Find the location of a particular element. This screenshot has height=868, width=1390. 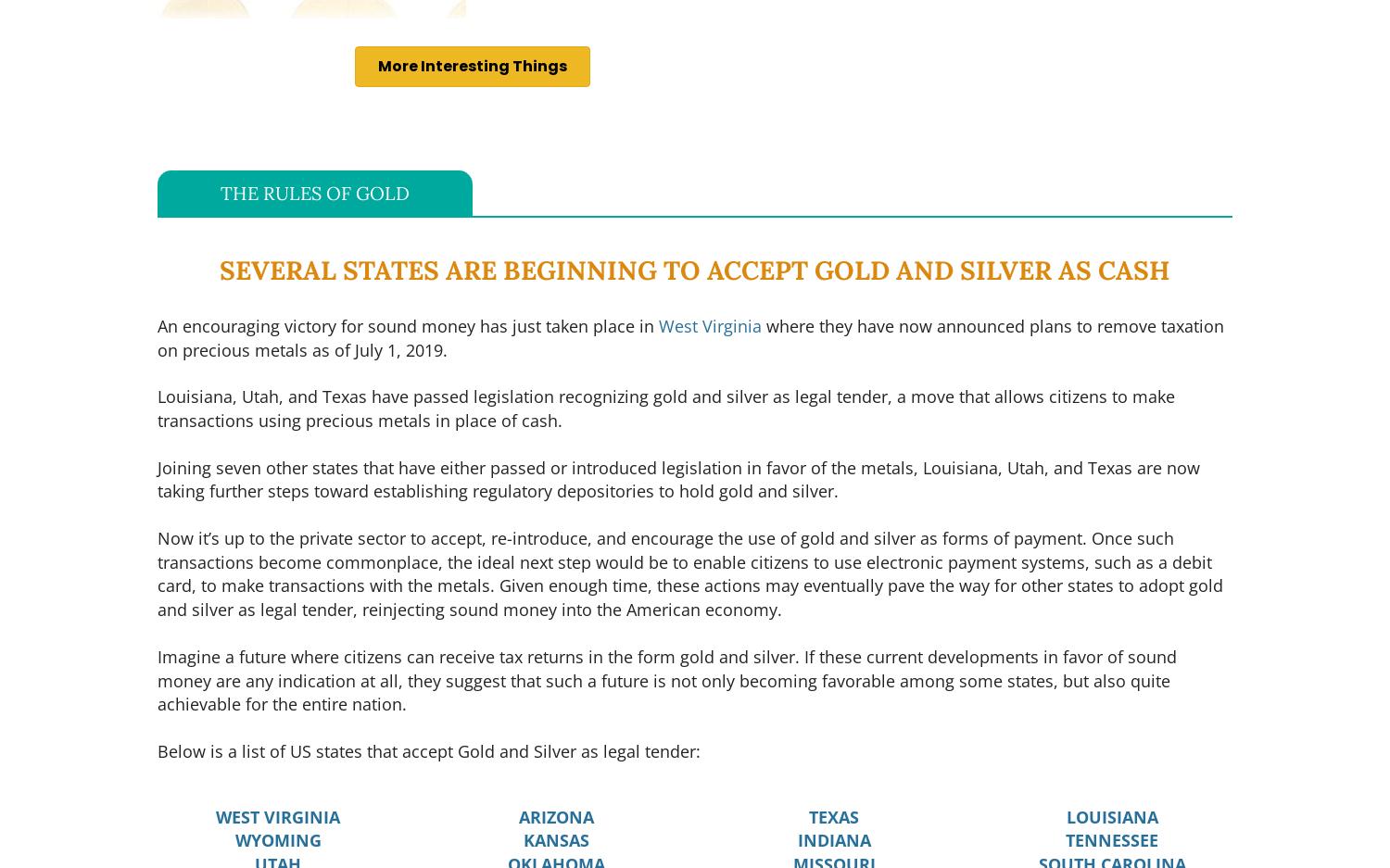

'LOUISIANA' is located at coordinates (1110, 814).